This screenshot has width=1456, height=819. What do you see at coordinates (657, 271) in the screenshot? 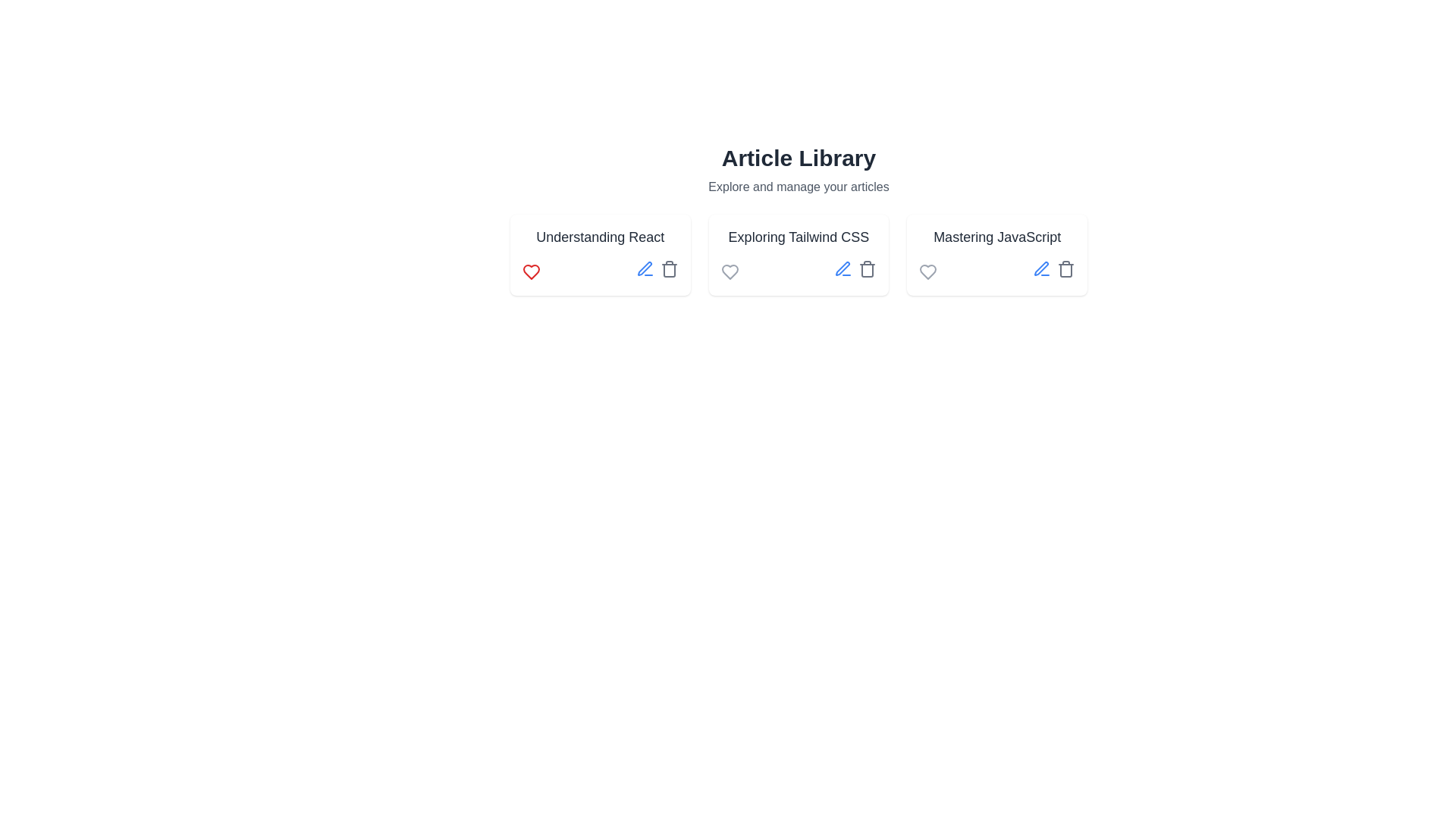
I see `the edit icon in the Tool cluster located on the right-hand side of the first article card titled 'Understanding React' to initiate article editing` at bounding box center [657, 271].